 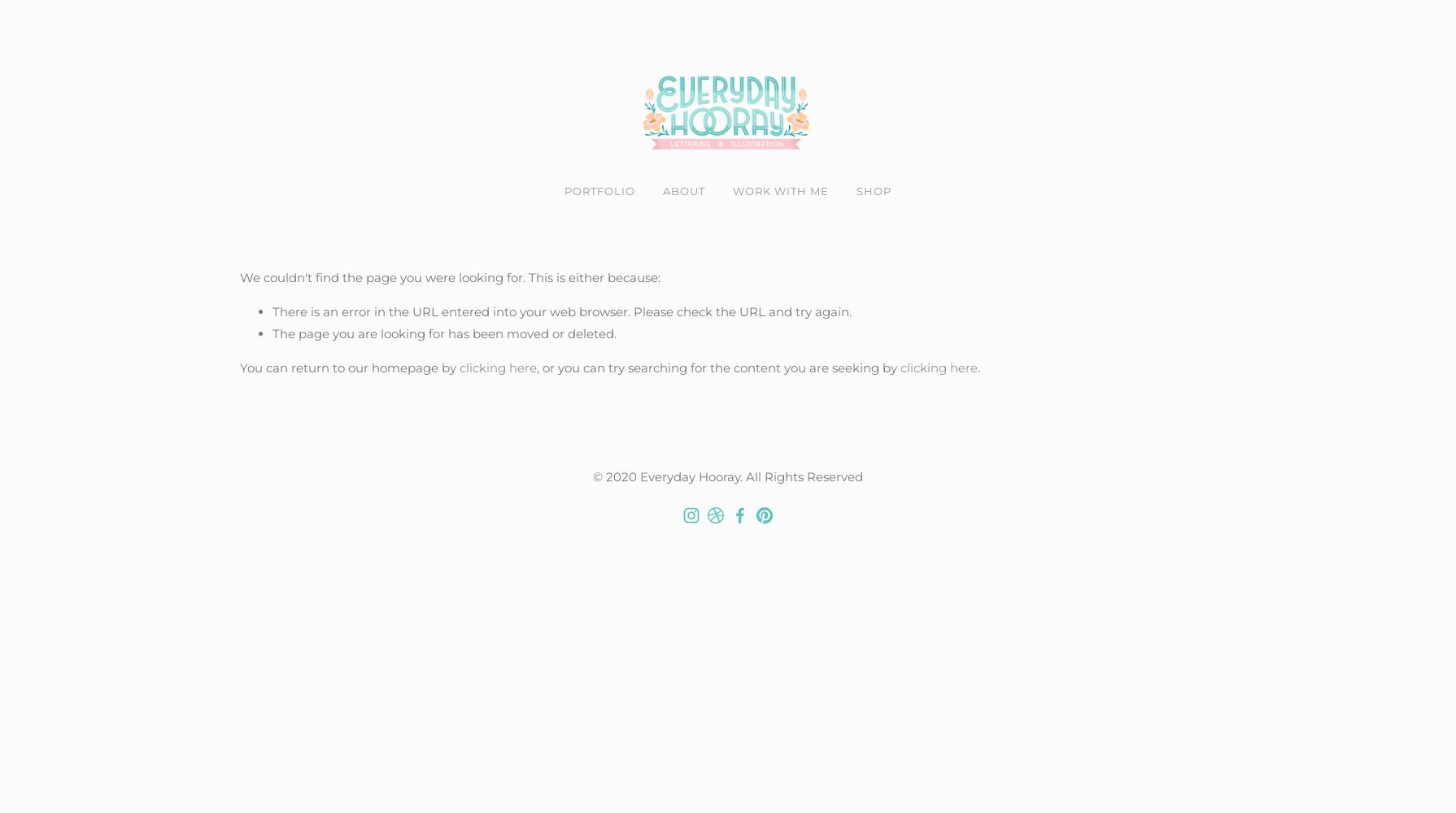 I want to click on 'Portfolio', so click(x=599, y=190).